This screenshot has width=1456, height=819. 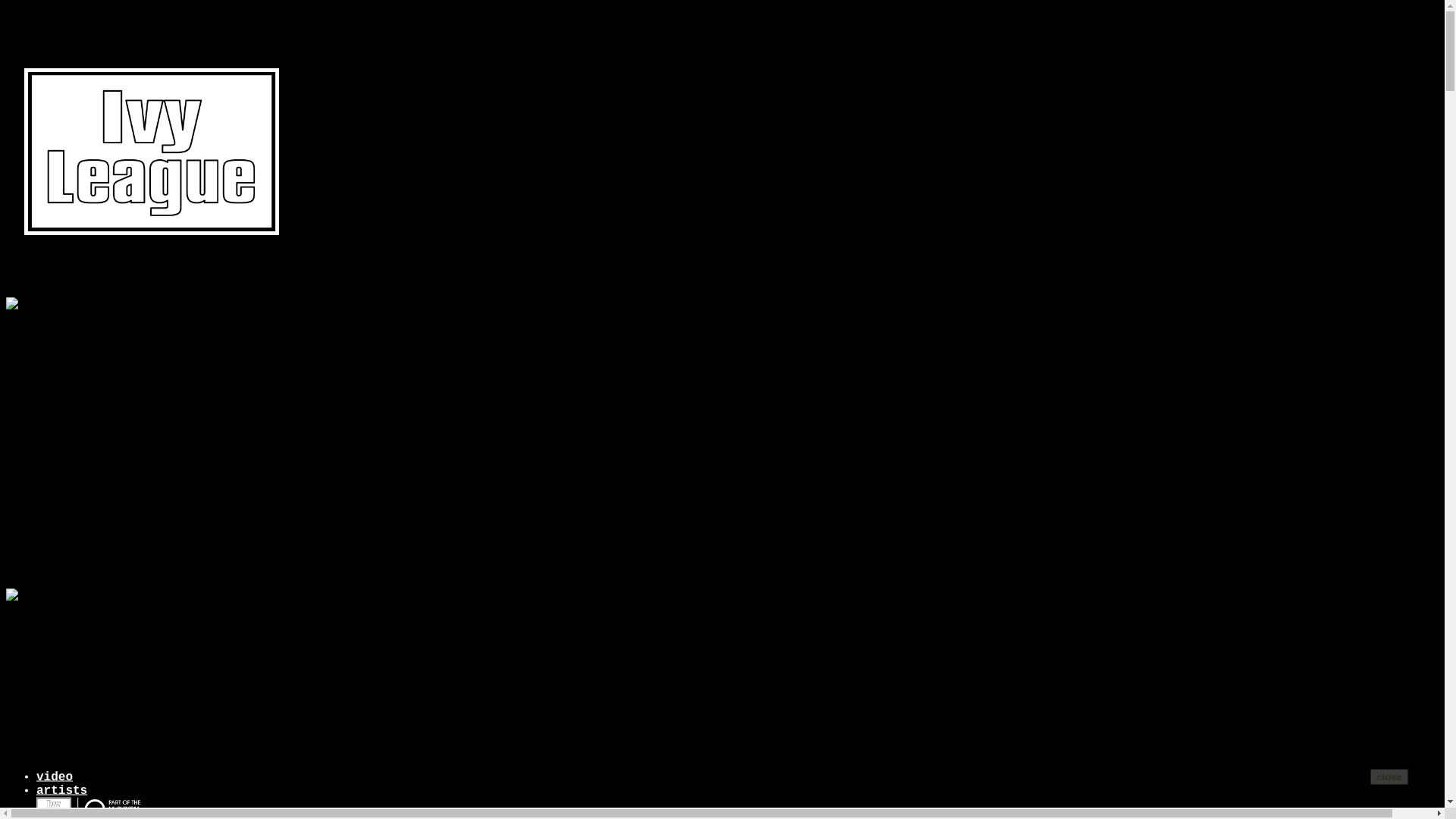 What do you see at coordinates (61, 789) in the screenshot?
I see `'artists'` at bounding box center [61, 789].